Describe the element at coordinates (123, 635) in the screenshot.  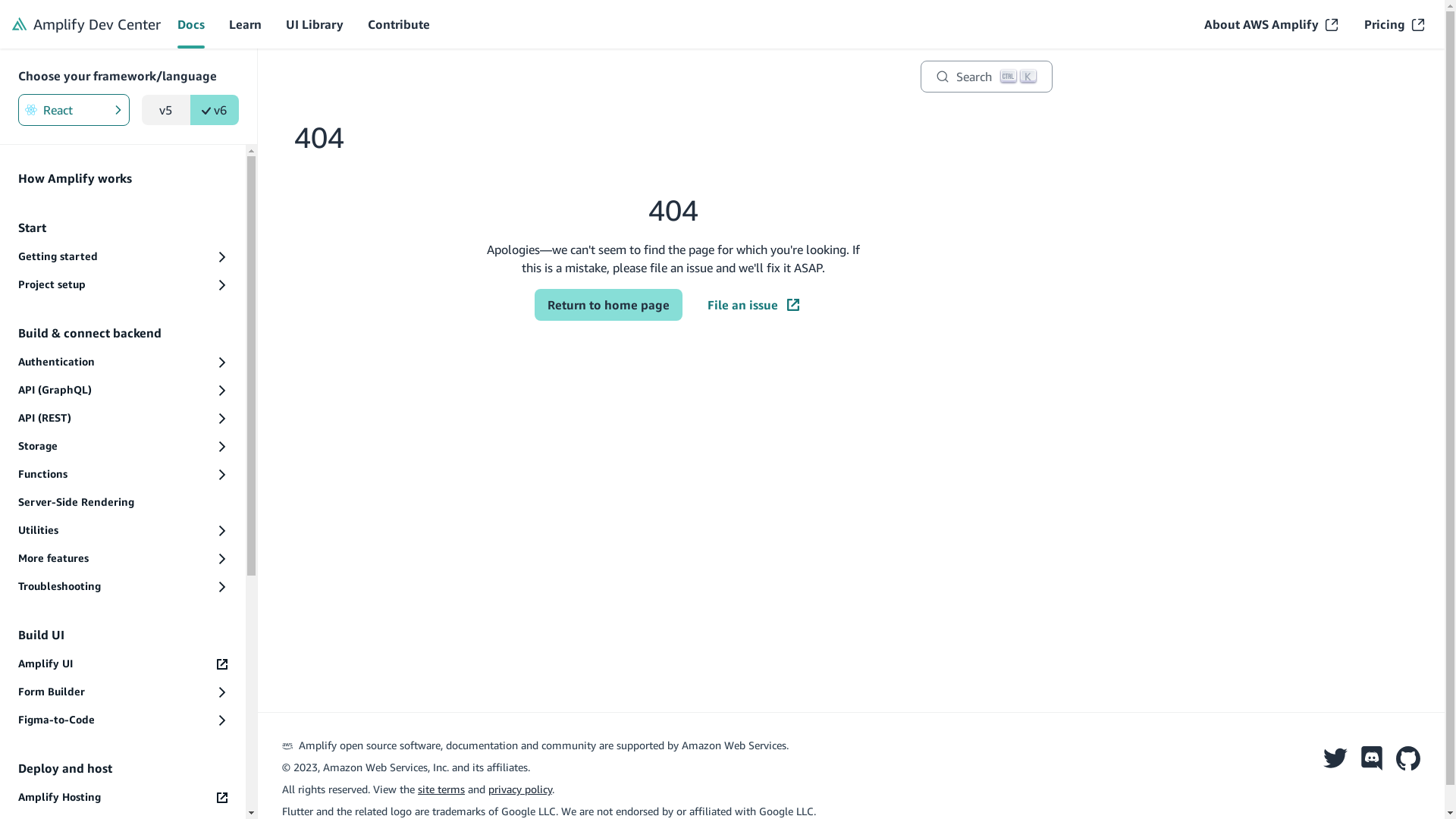
I see `'Build UI'` at that location.